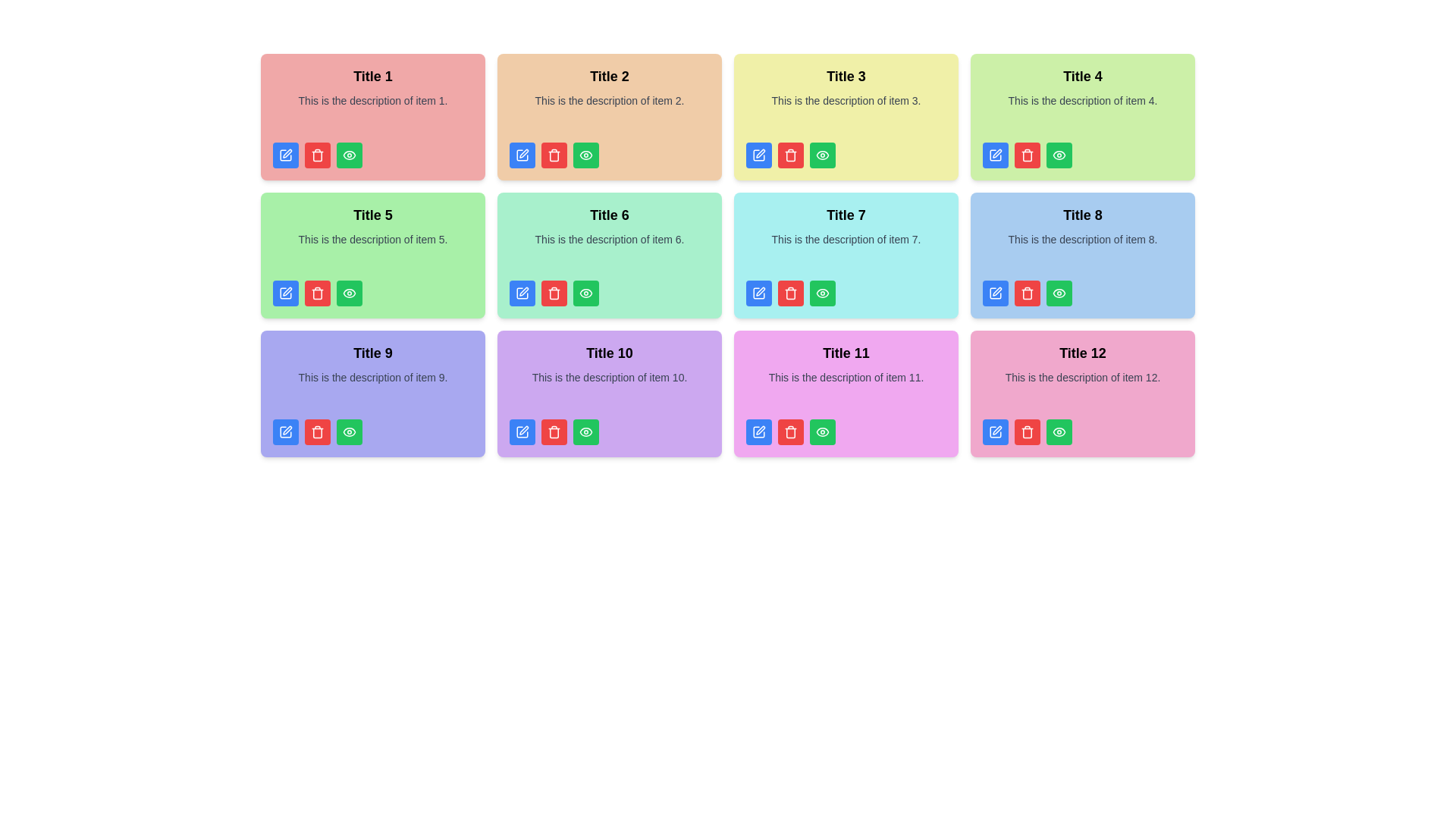 The image size is (1456, 819). Describe the element at coordinates (789, 155) in the screenshot. I see `the second button in the row under 'Title 3' card` at that location.